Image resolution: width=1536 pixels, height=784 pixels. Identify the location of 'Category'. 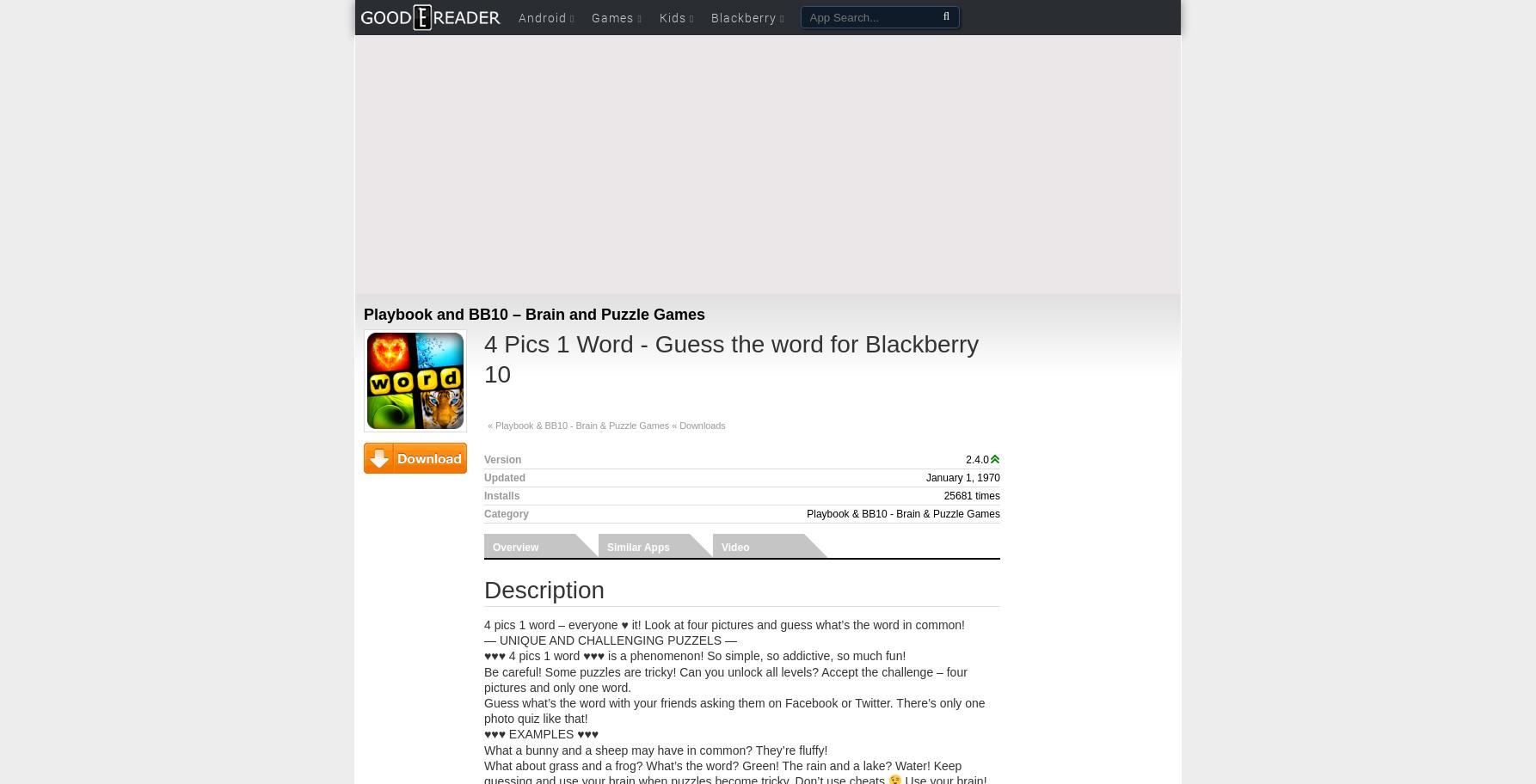
(506, 512).